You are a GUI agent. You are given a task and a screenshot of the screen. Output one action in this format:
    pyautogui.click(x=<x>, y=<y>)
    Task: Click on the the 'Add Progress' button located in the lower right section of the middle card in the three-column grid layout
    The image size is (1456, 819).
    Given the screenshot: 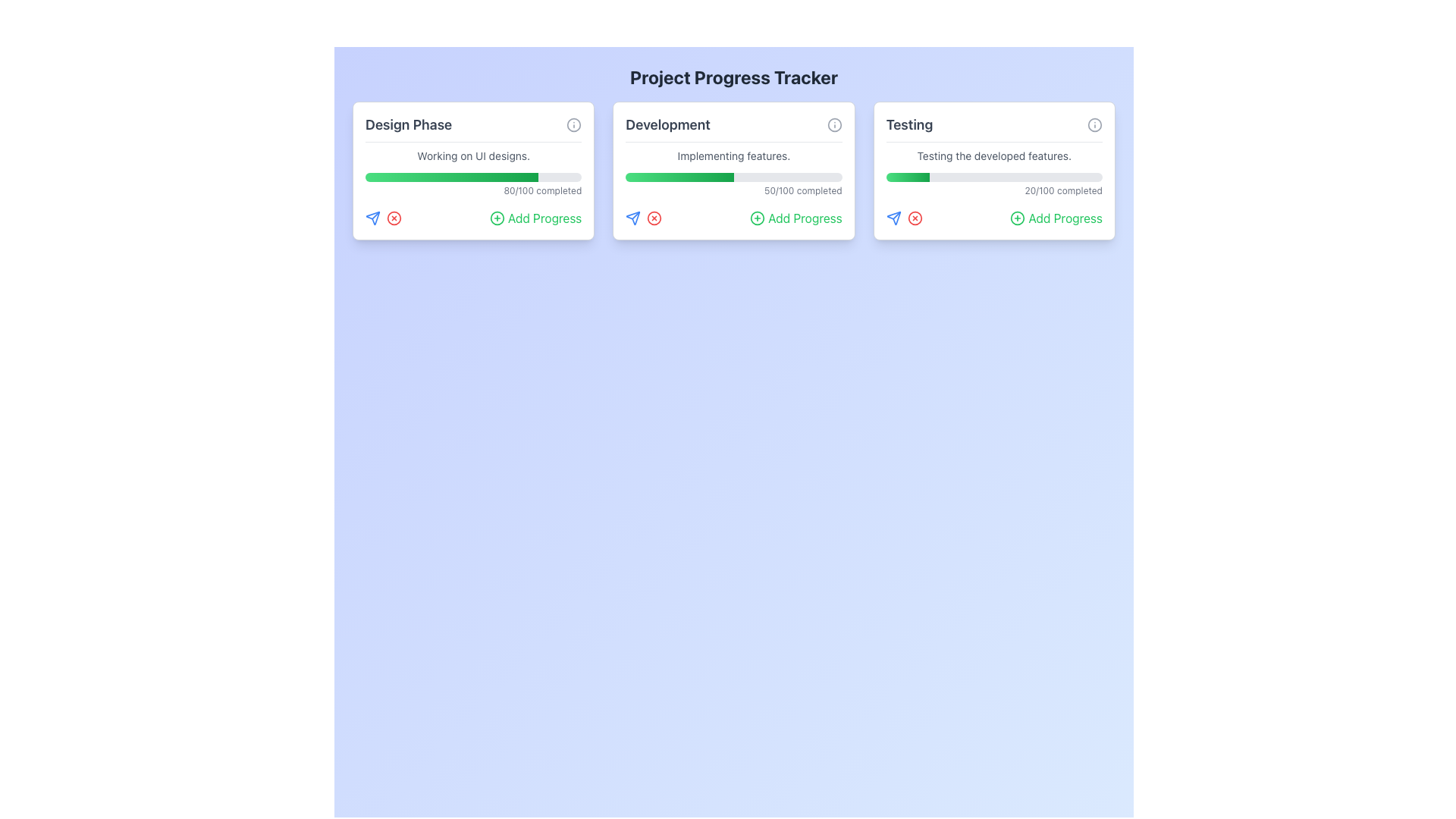 What is the action you would take?
    pyautogui.click(x=795, y=218)
    